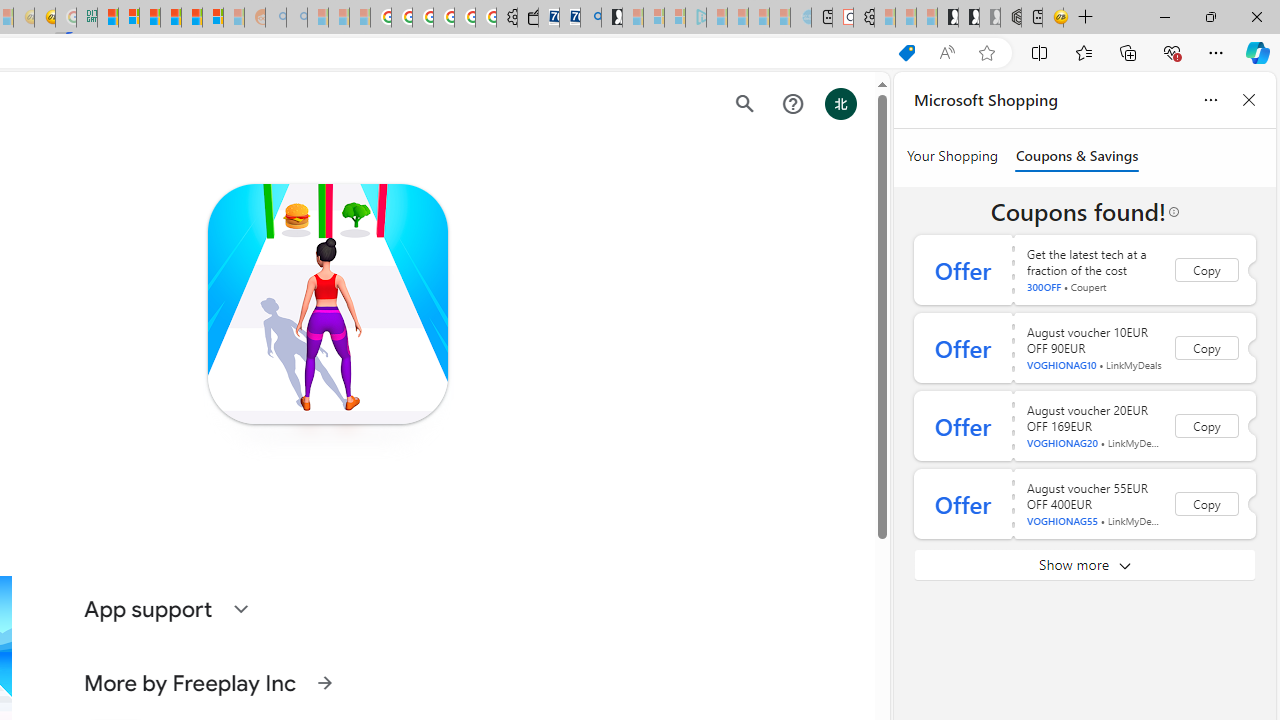  I want to click on 'Microsoft account | Privacy', so click(128, 17).